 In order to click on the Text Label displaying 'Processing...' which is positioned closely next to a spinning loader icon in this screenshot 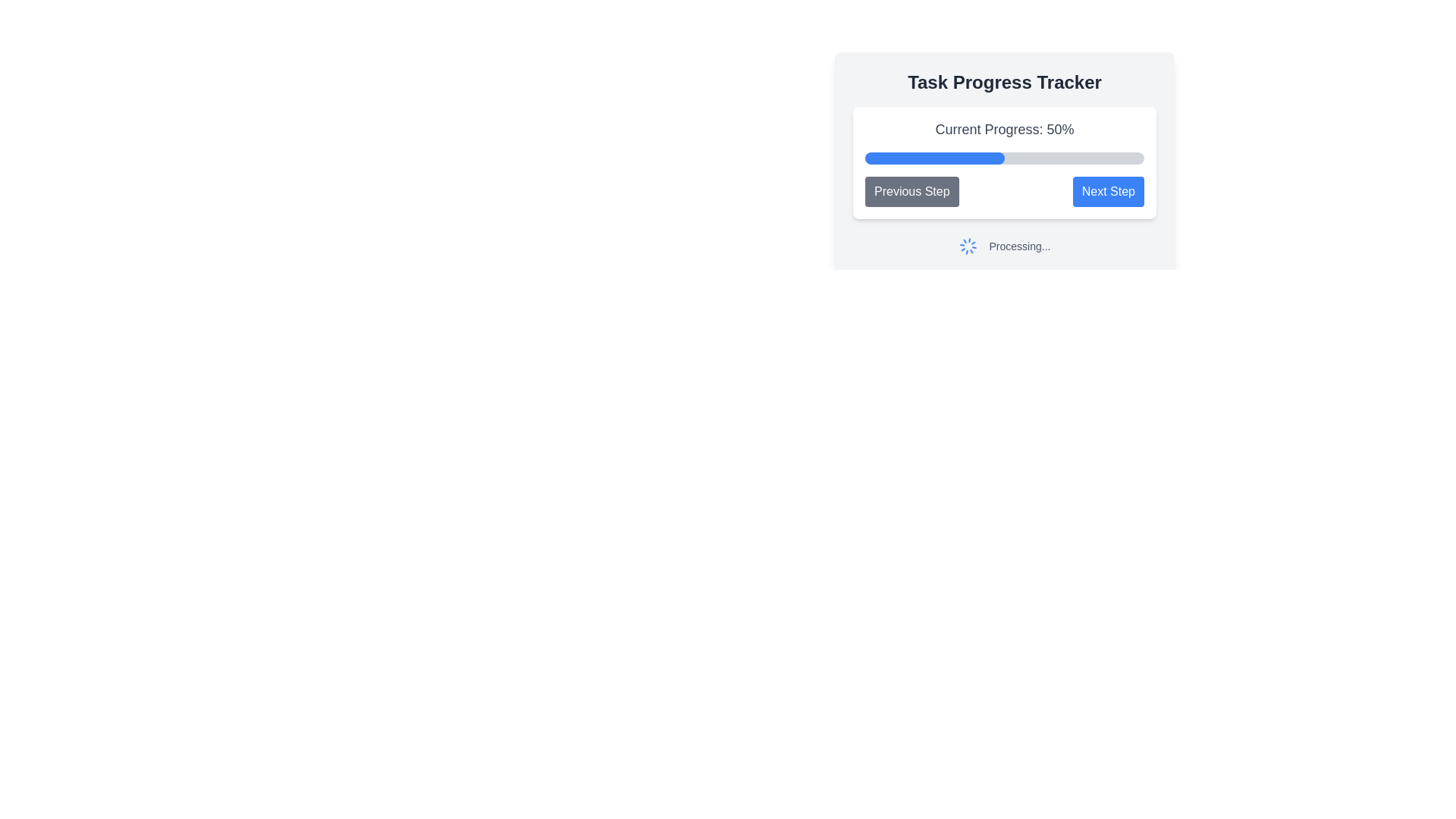, I will do `click(1019, 245)`.